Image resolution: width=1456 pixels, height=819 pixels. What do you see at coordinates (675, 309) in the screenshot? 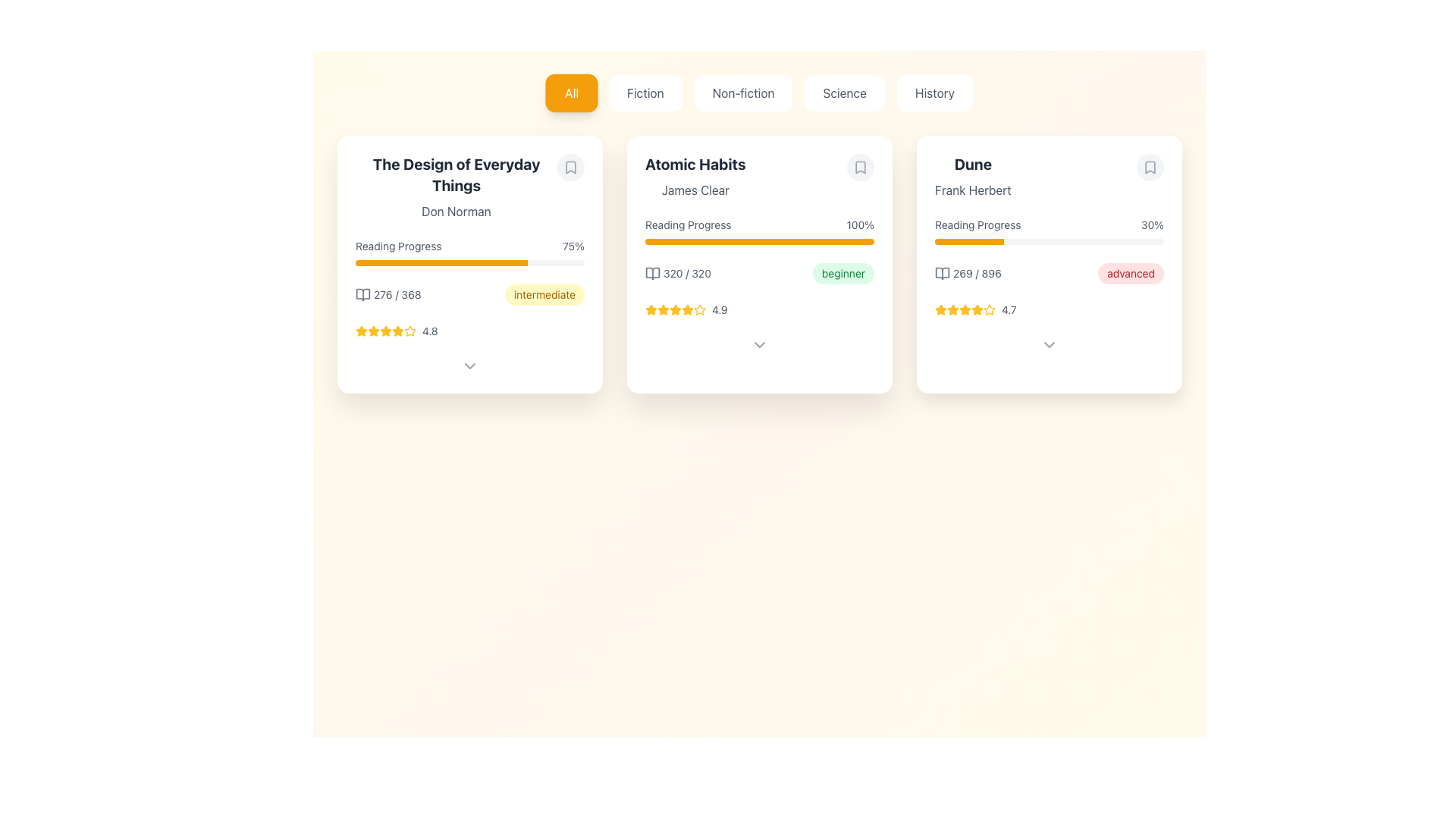
I see `the fifth filled star in the rating system for the card labeled 'Atomic Habits' by James Clear, located below the reading progress bar` at bounding box center [675, 309].